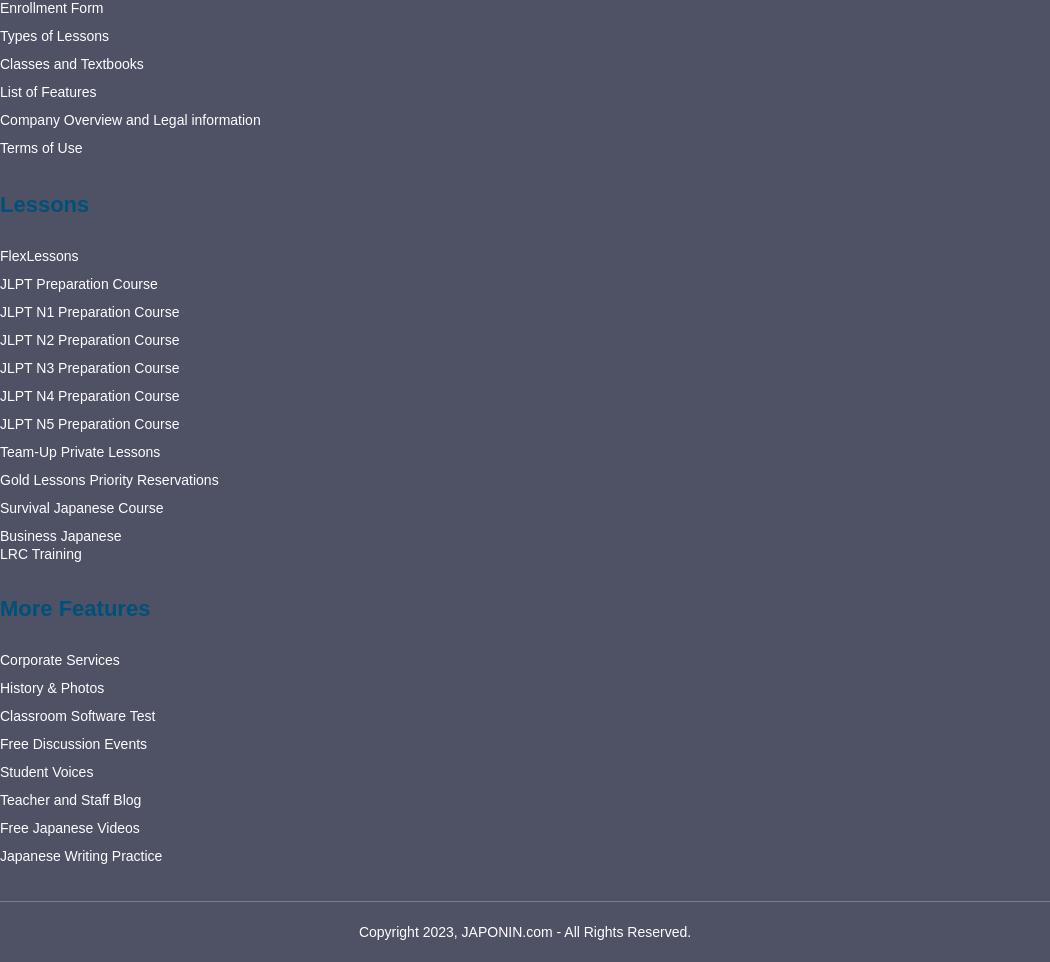 The image size is (1050, 962). Describe the element at coordinates (68, 827) in the screenshot. I see `'Free Japanese Videos'` at that location.